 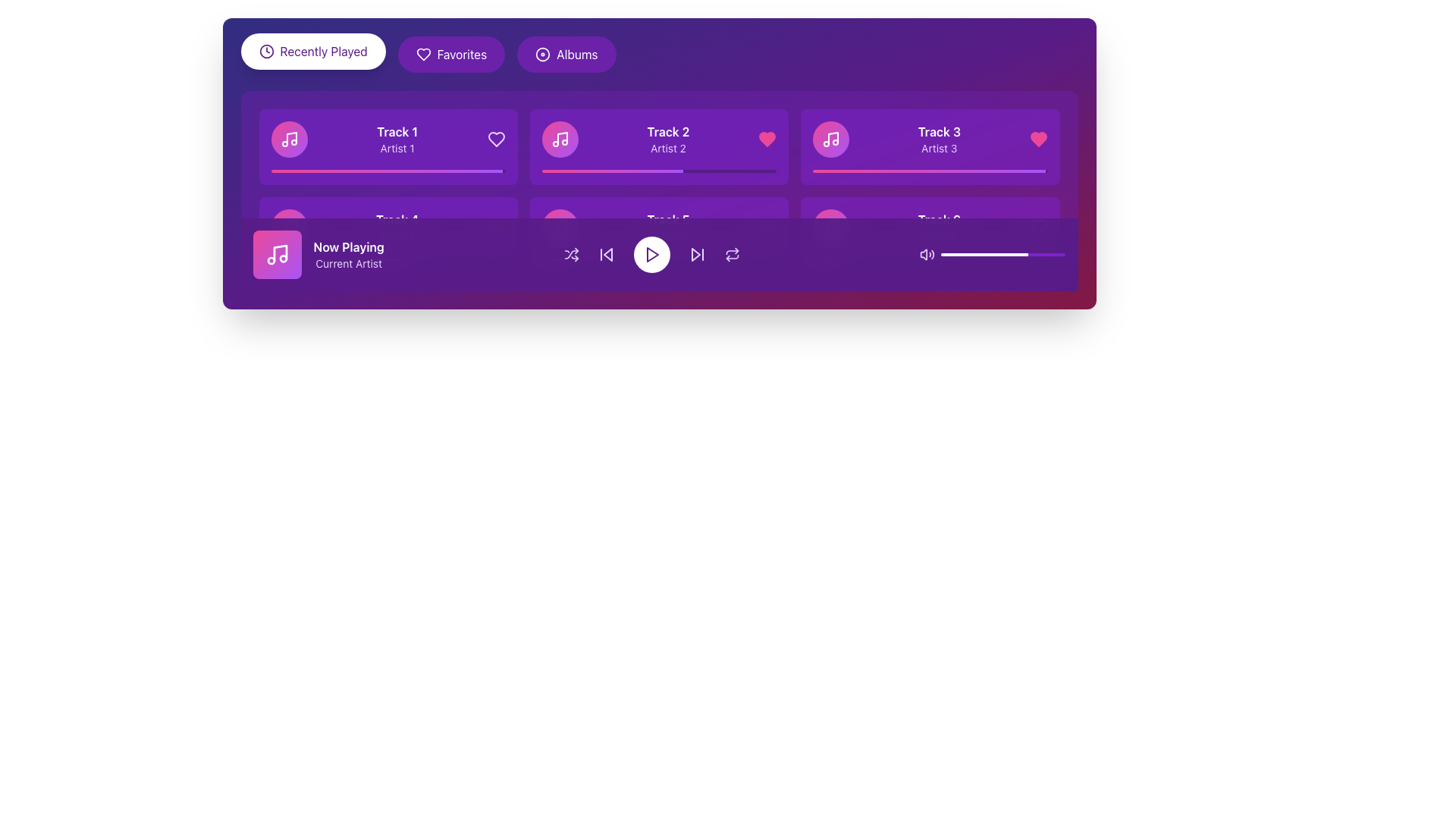 What do you see at coordinates (653, 253) in the screenshot?
I see `the triangular play icon in the media control section of the bottom controller bar to play media` at bounding box center [653, 253].